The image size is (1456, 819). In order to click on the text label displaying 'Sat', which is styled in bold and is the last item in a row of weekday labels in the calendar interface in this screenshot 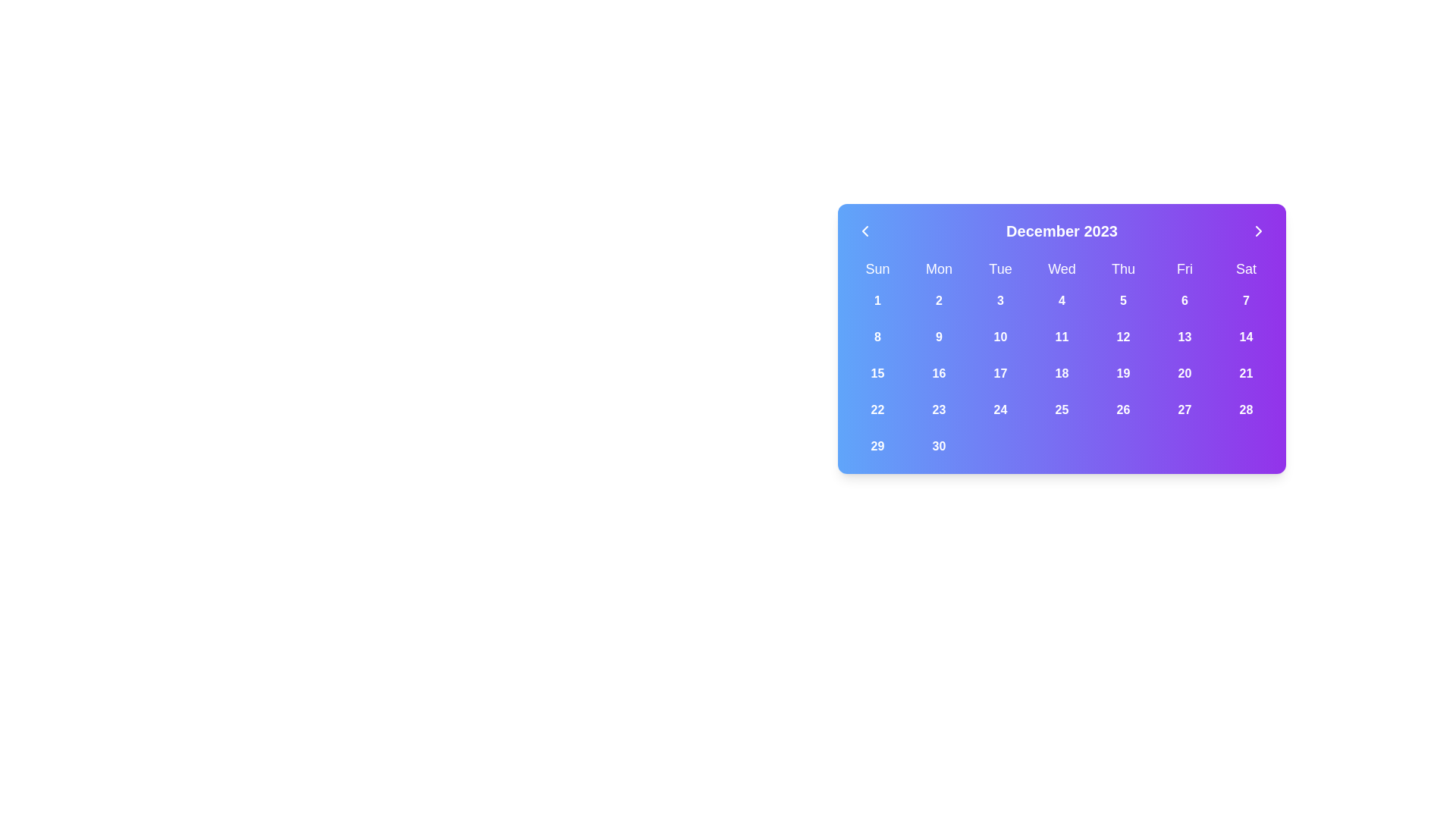, I will do `click(1246, 268)`.